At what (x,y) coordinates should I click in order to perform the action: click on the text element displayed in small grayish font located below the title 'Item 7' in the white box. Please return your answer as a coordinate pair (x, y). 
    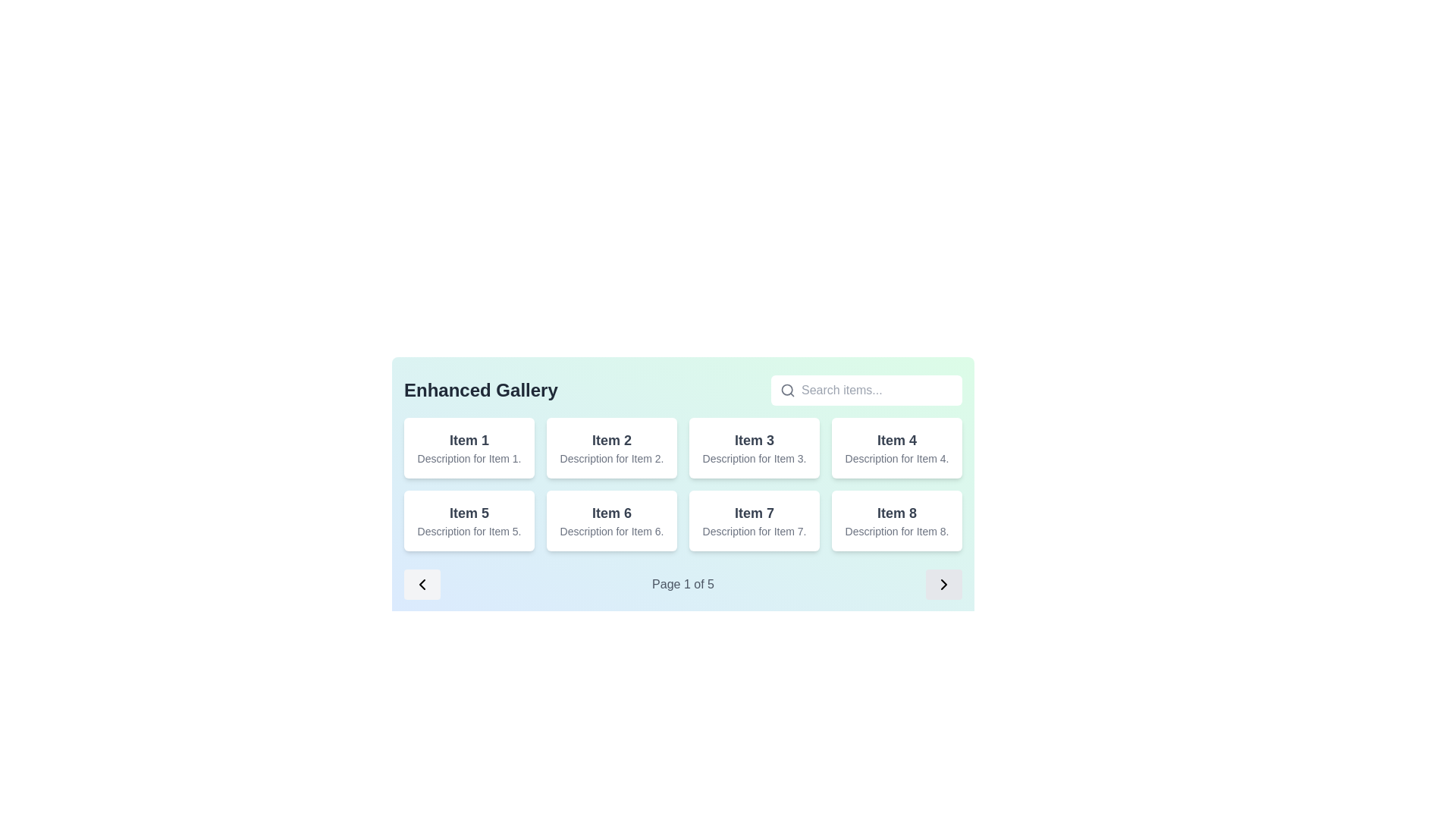
    Looking at the image, I should click on (754, 531).